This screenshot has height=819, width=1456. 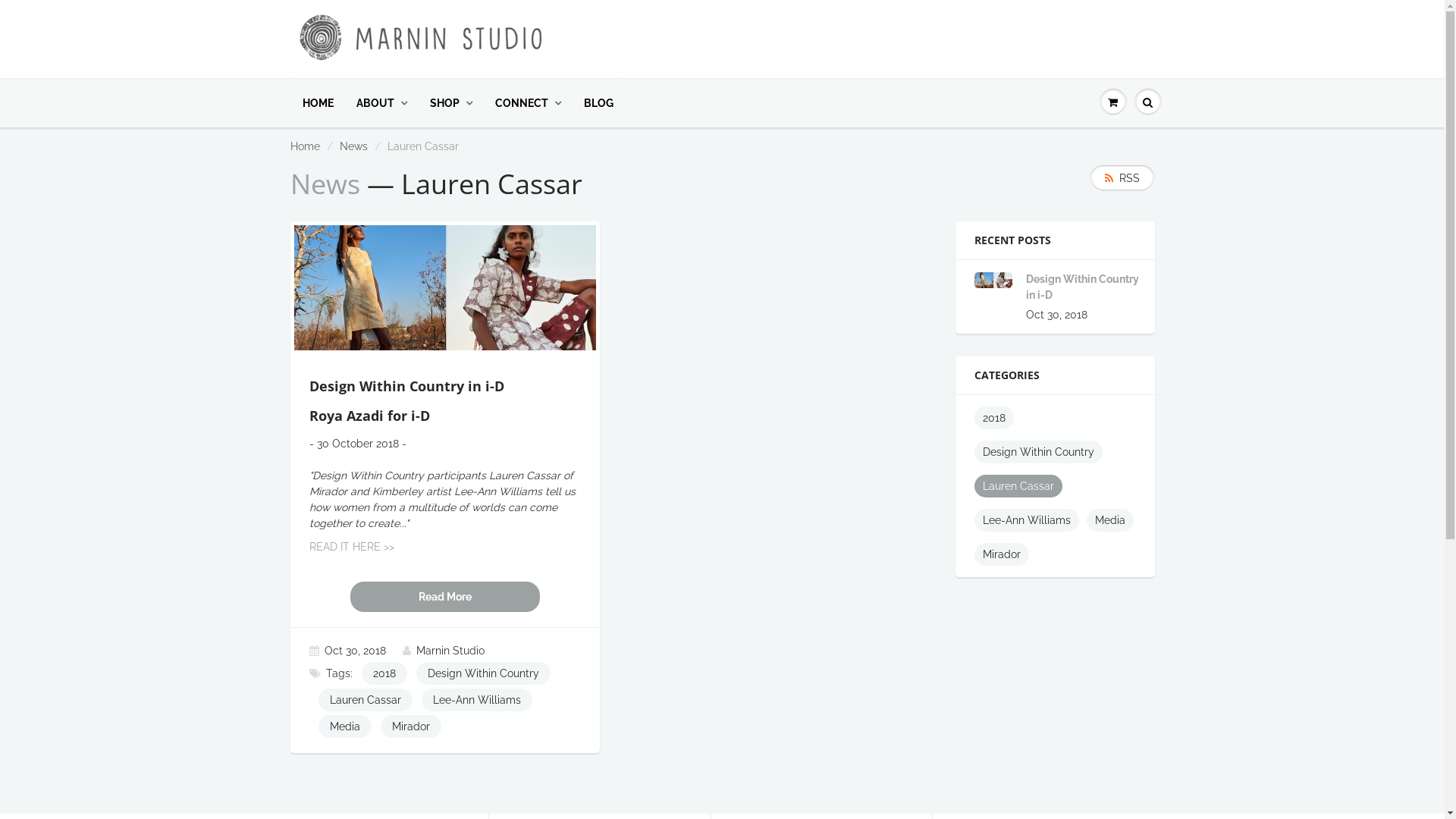 I want to click on 'Design Within Country', so click(x=1037, y=451).